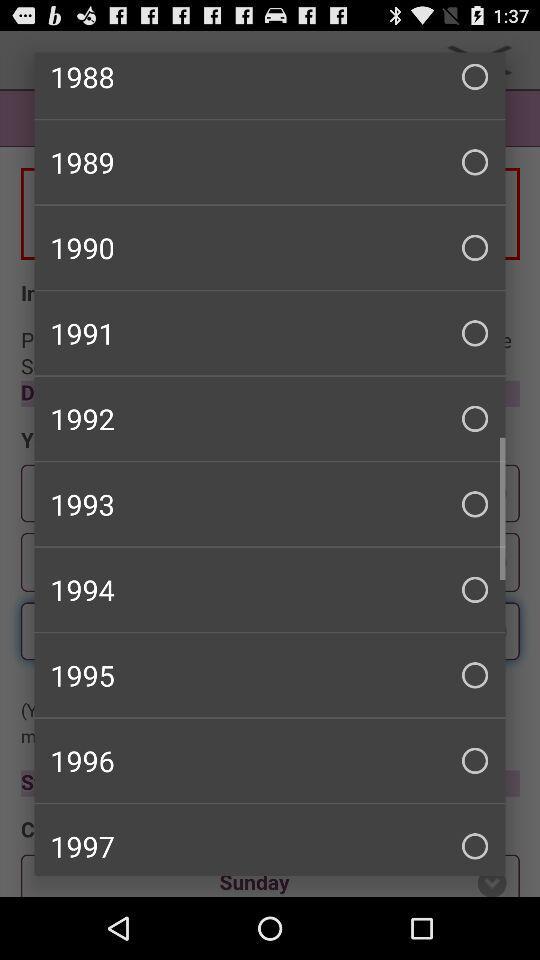 The image size is (540, 960). I want to click on the checkbox below the 1991, so click(270, 417).